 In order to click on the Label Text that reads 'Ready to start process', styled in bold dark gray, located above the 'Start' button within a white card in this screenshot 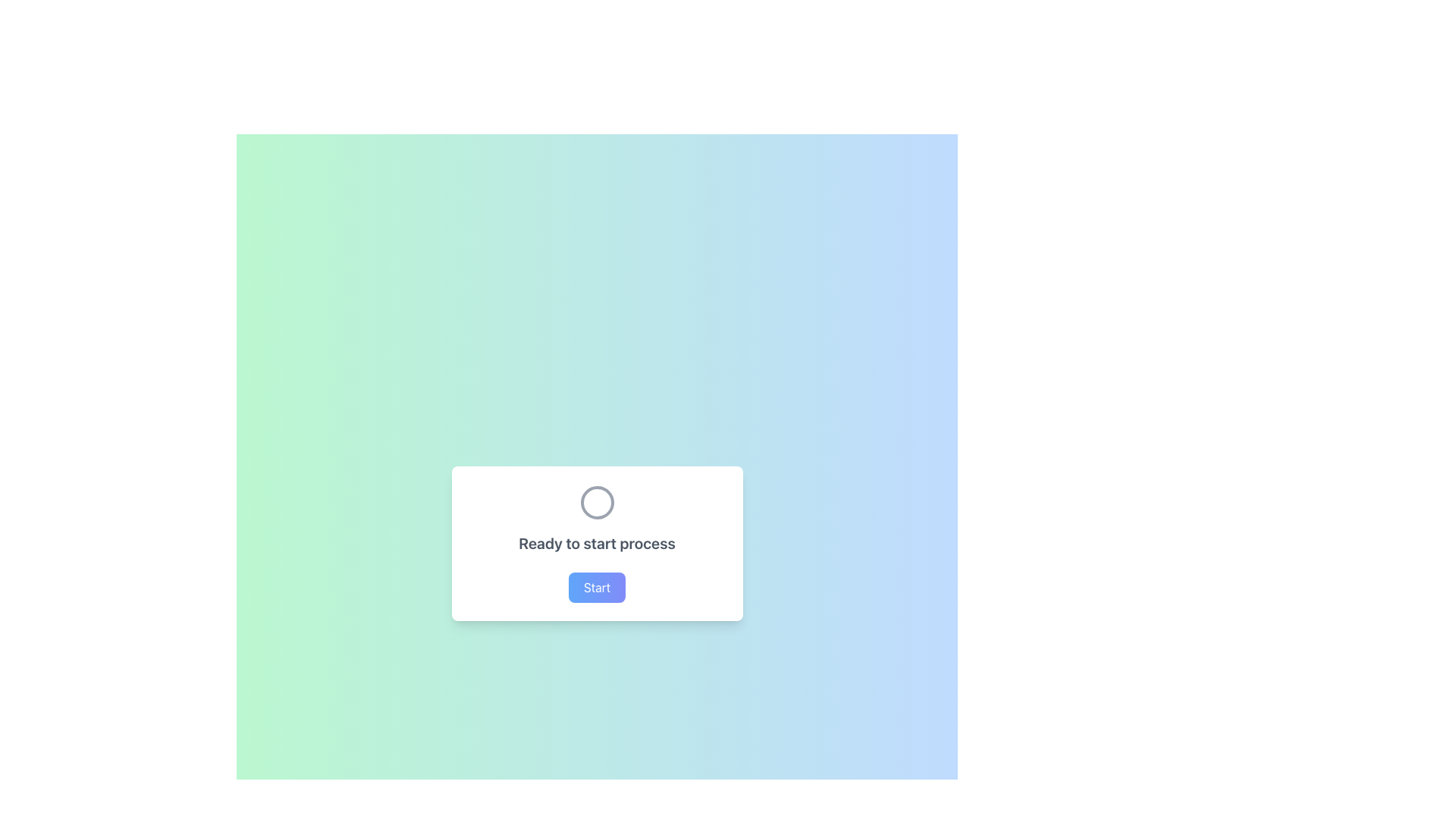, I will do `click(596, 543)`.